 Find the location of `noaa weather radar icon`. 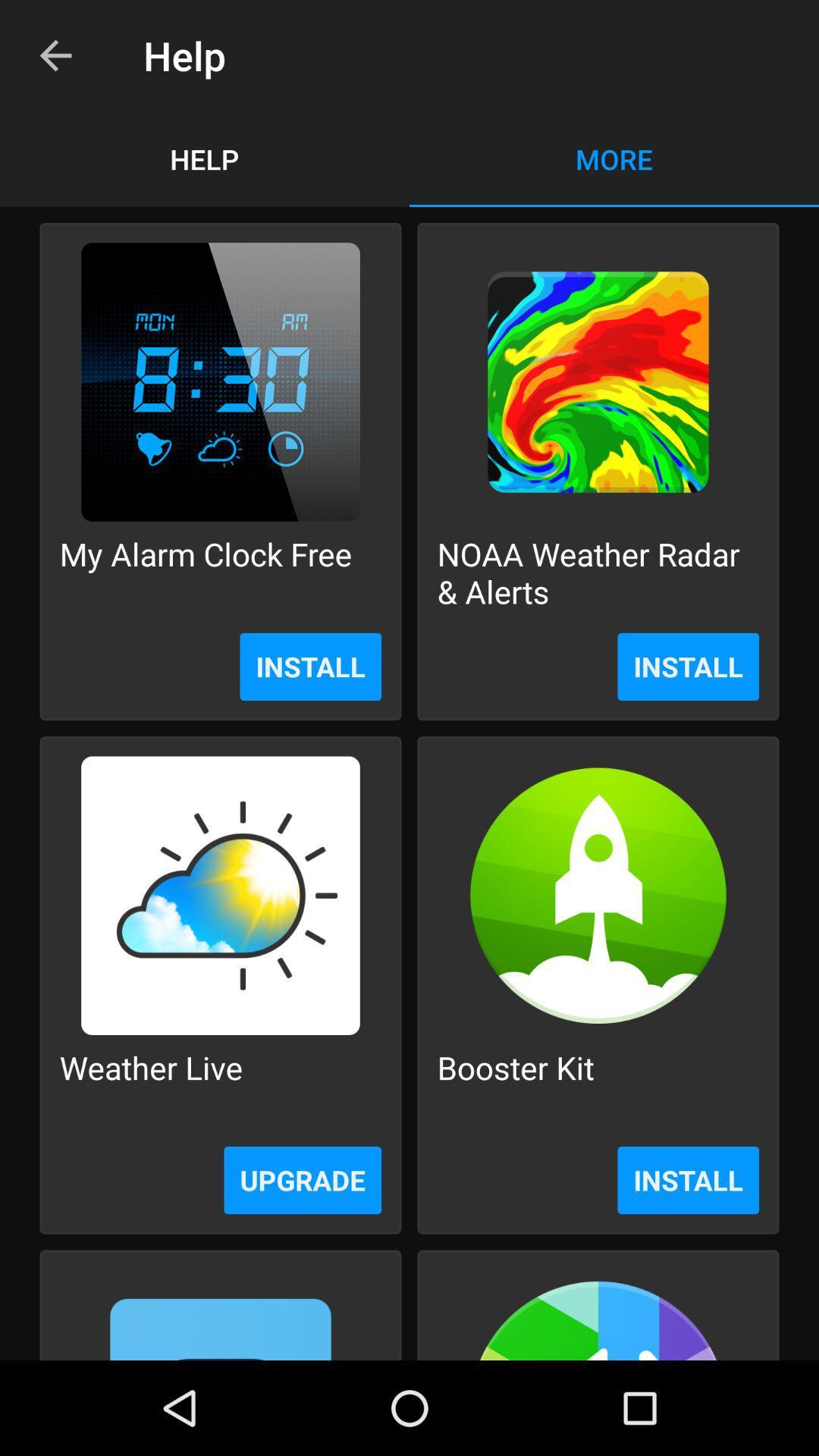

noaa weather radar icon is located at coordinates (598, 572).